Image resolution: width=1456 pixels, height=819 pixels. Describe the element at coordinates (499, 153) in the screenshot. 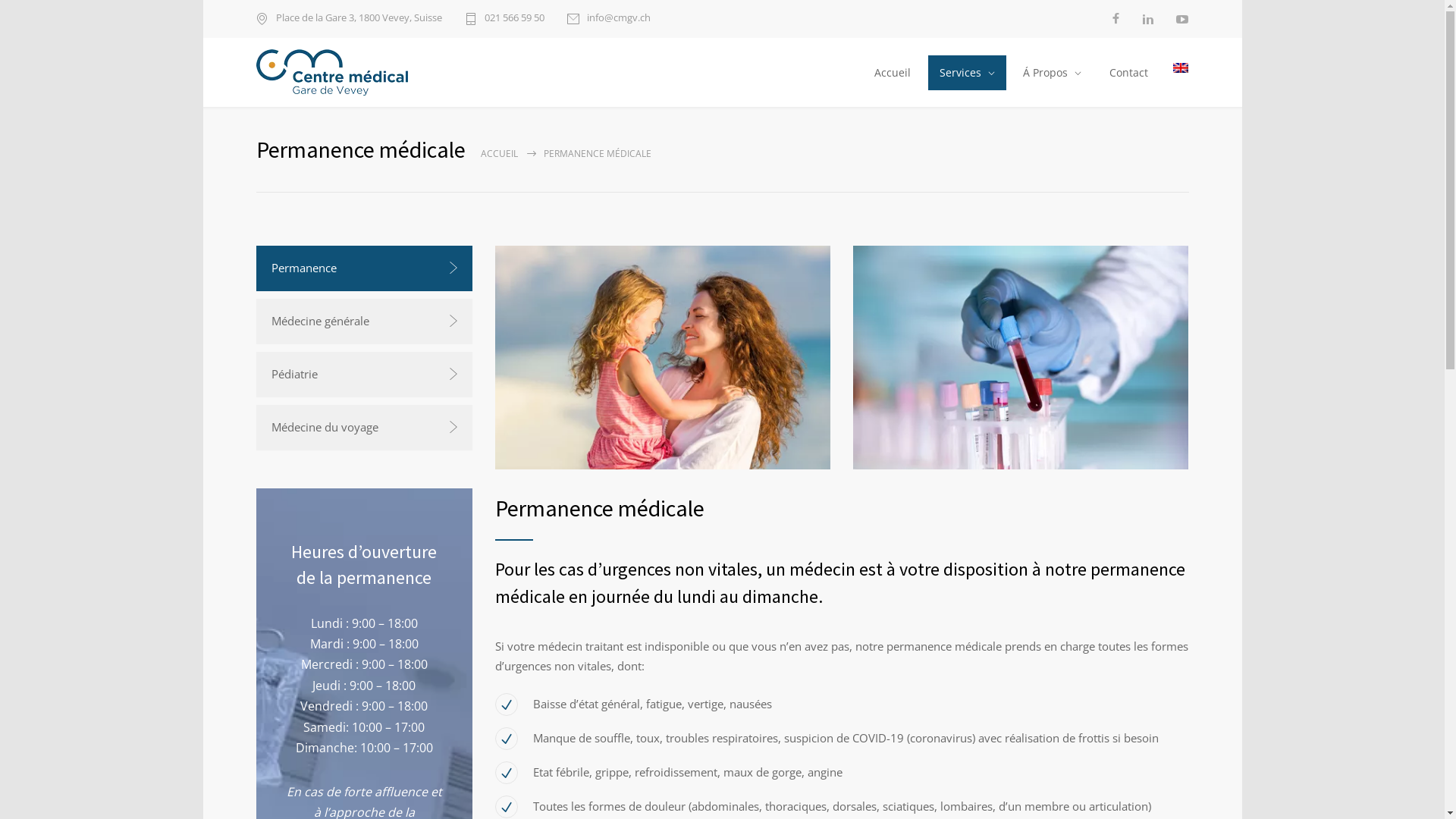

I see `'ACCUEIL'` at that location.